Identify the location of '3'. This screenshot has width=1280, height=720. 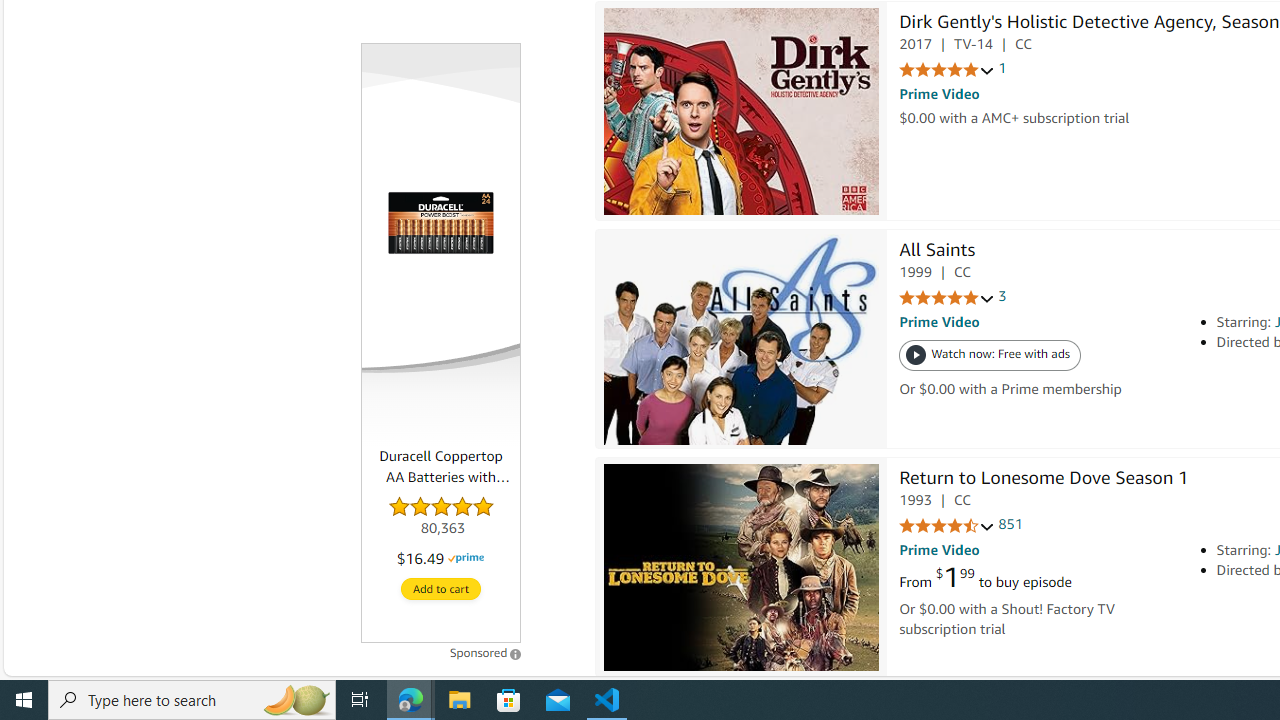
(1002, 297).